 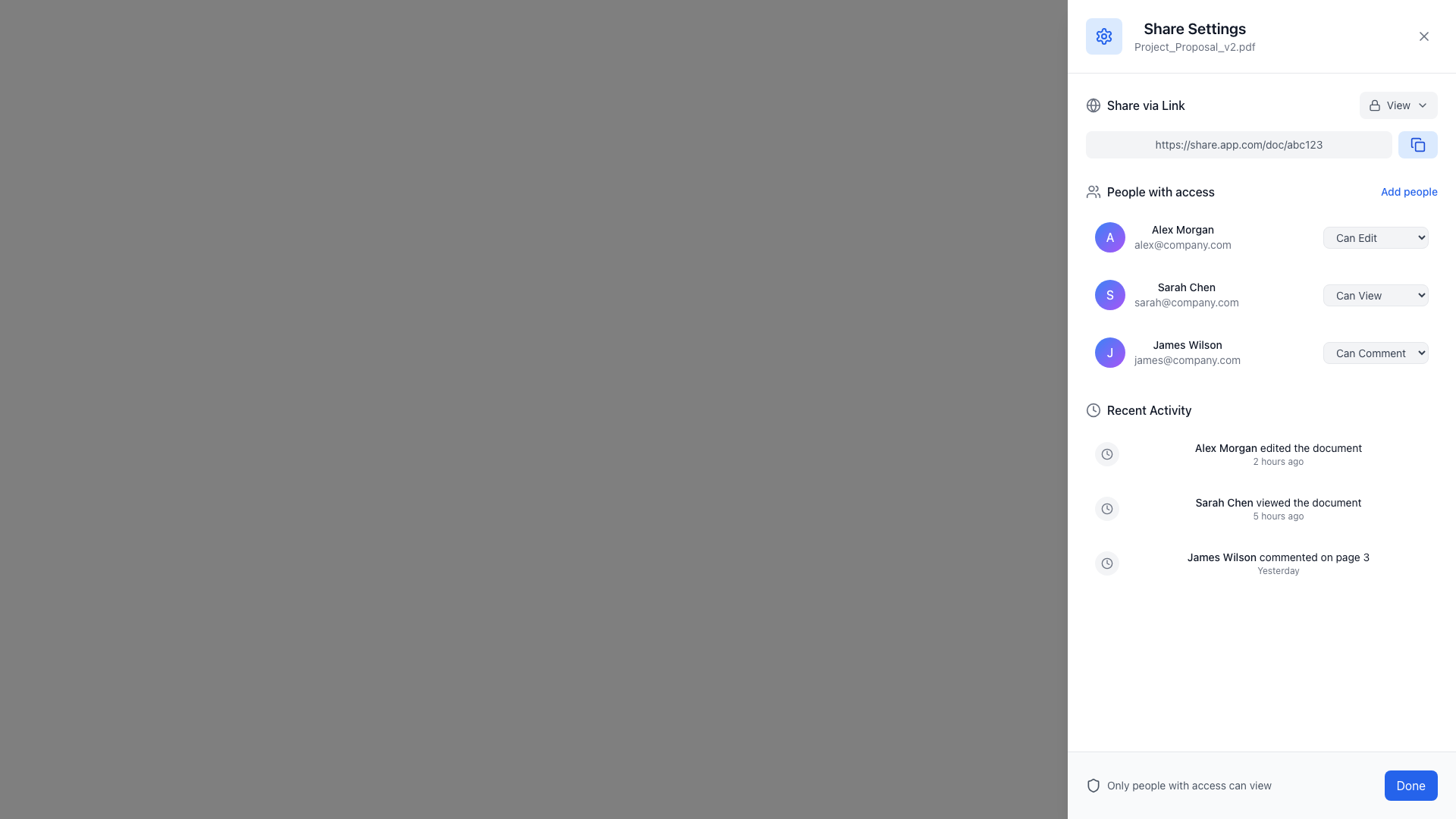 I want to click on title 'Share Settings' and the subtitle 'Project_Proposal_v2.pdf' from the heading with an associated gear icon located at the top-left section of the panel, so click(x=1169, y=35).